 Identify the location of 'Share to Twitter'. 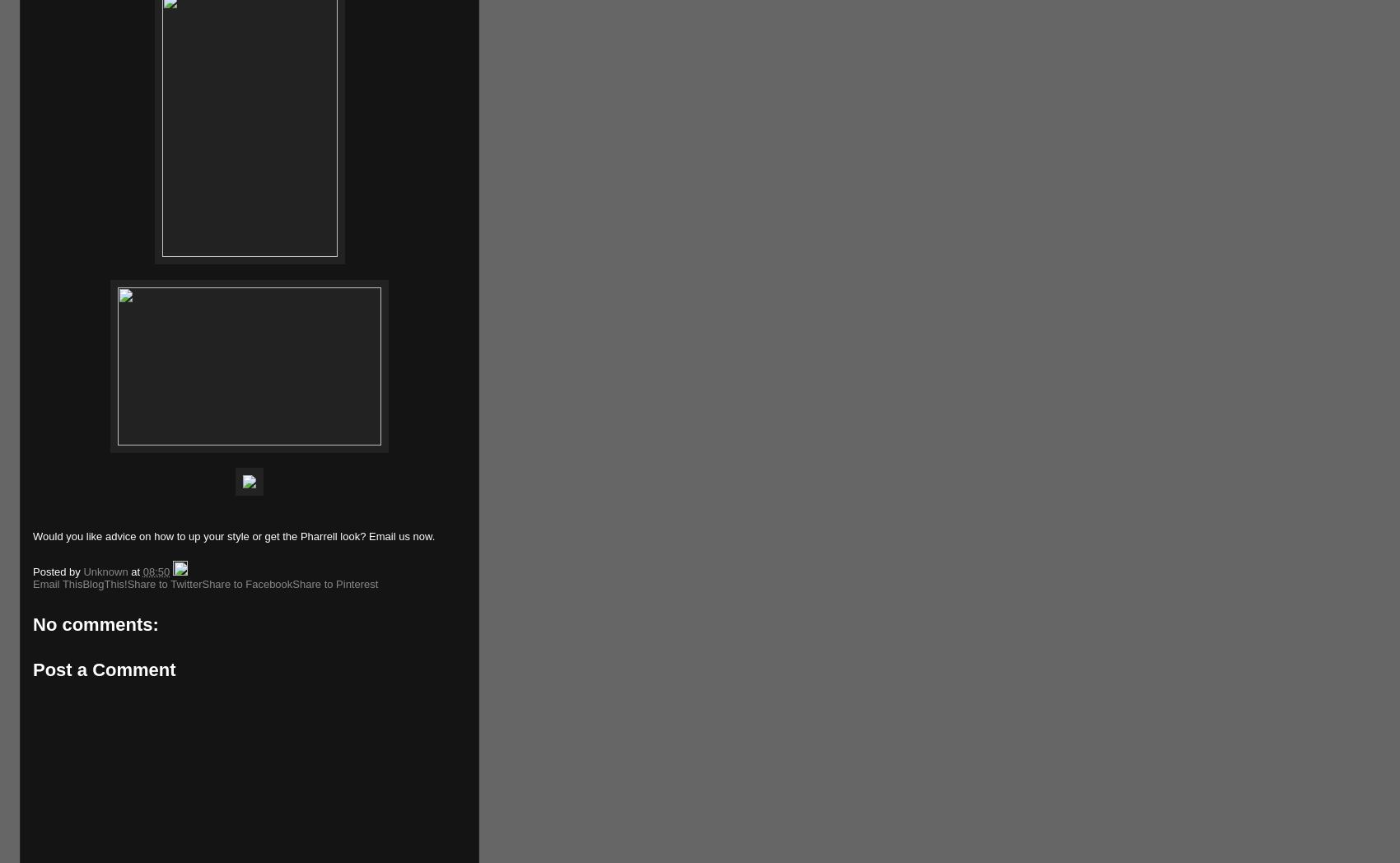
(163, 582).